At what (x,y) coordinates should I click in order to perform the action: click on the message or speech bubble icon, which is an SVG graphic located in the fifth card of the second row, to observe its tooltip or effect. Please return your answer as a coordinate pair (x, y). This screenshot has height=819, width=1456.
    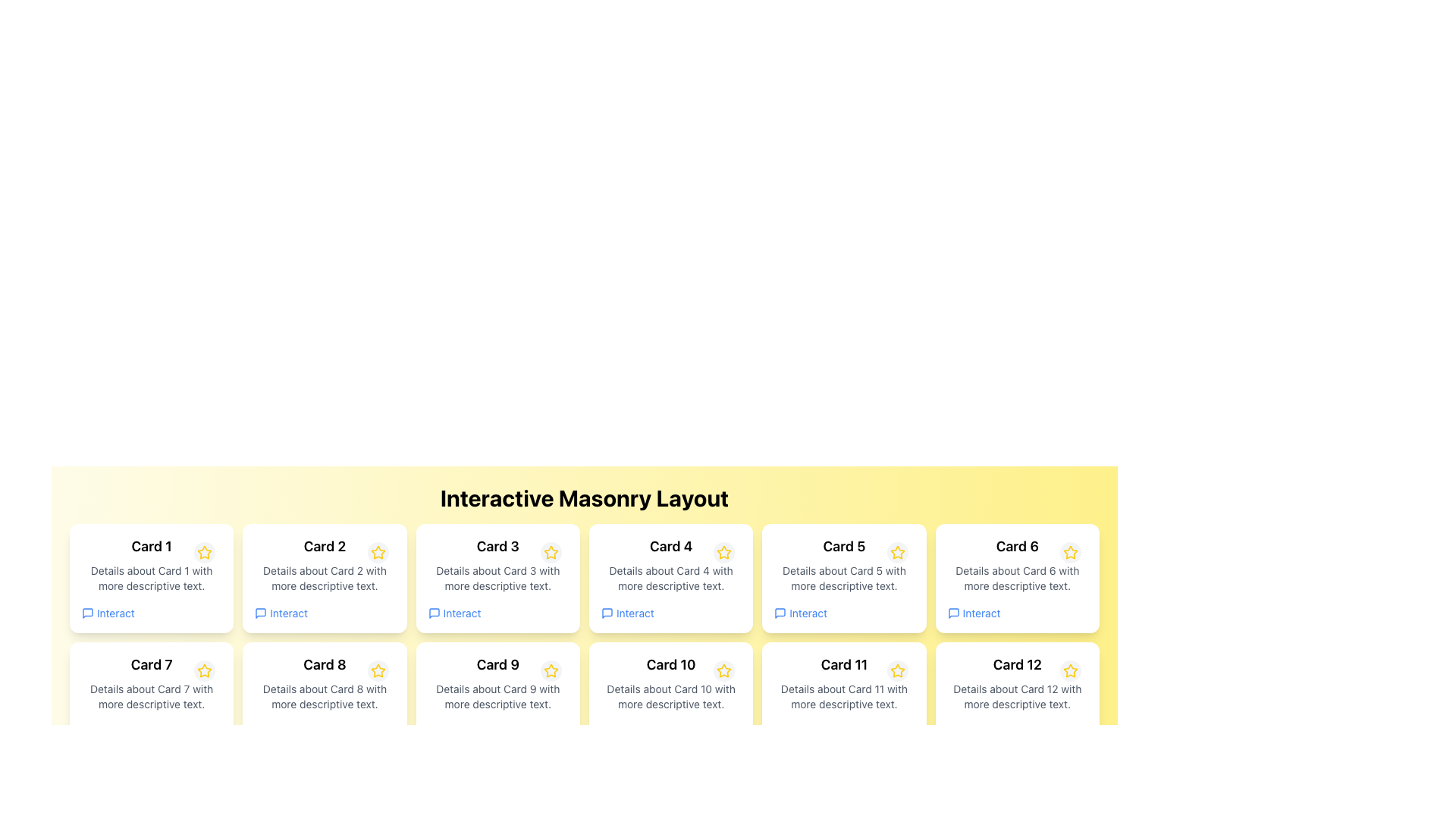
    Looking at the image, I should click on (780, 613).